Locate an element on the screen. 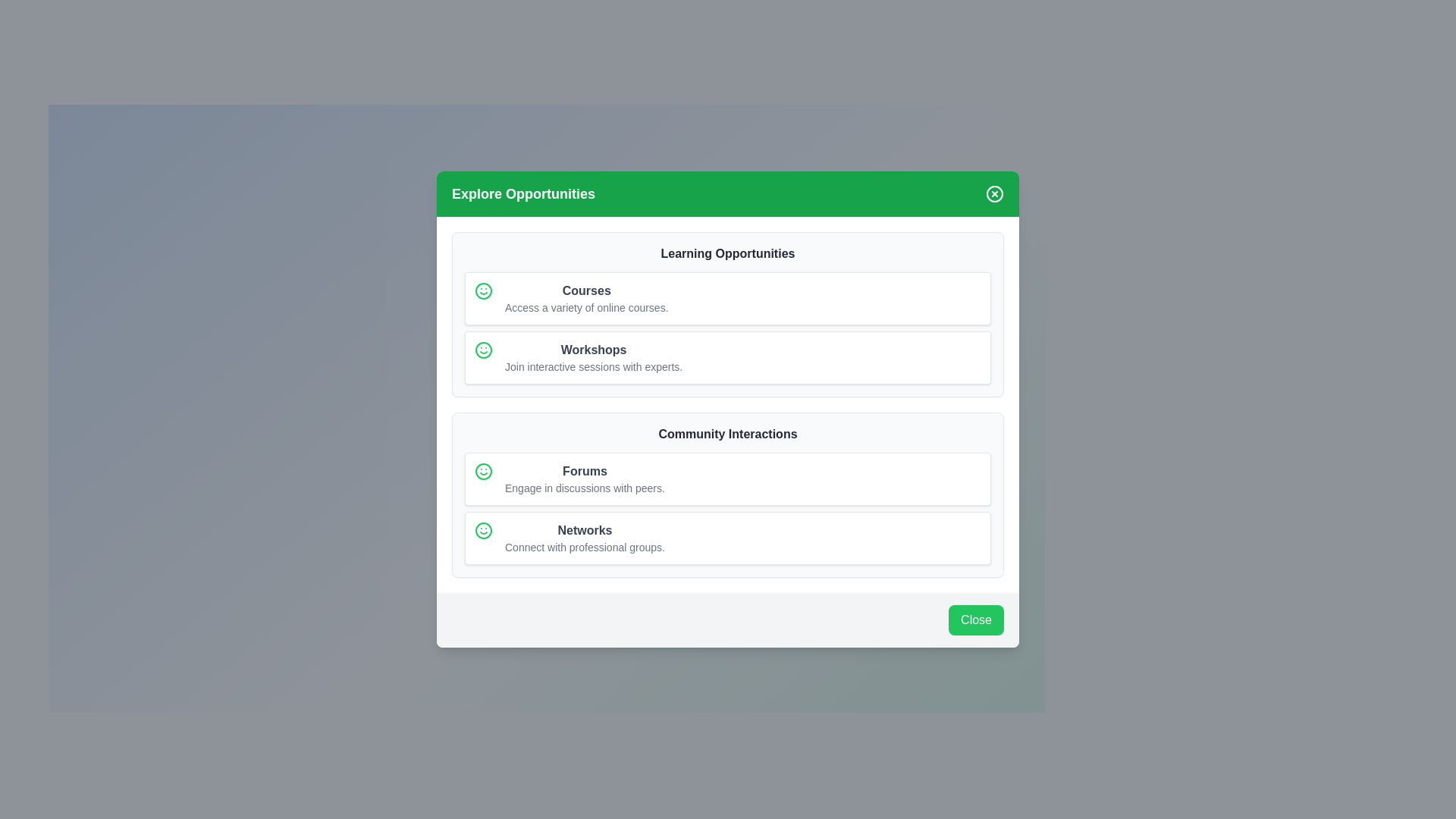 This screenshot has height=819, width=1456. the green circular smiley face icon, which is part of the SVG design and has the class attribute 'lucide-smile', located in the 'Learning Opportunities' section is located at coordinates (483, 291).